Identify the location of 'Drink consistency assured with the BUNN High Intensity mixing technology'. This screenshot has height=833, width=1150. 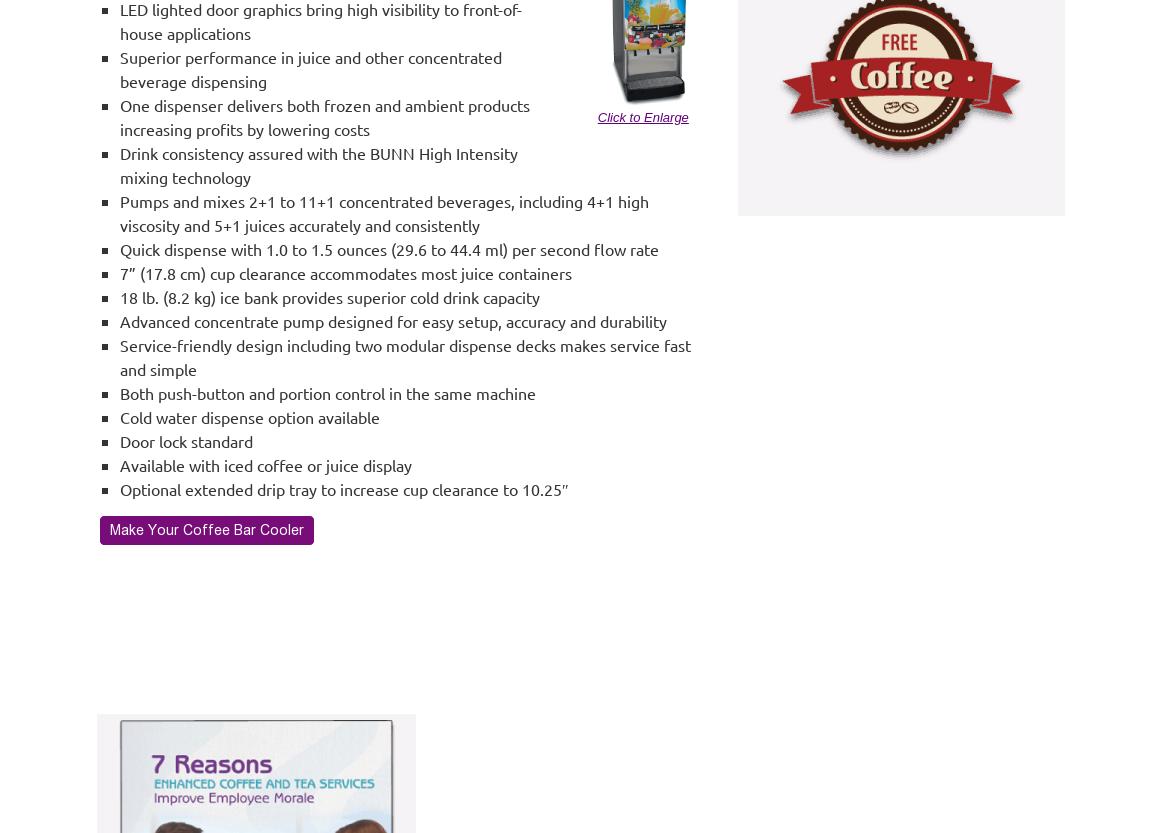
(319, 165).